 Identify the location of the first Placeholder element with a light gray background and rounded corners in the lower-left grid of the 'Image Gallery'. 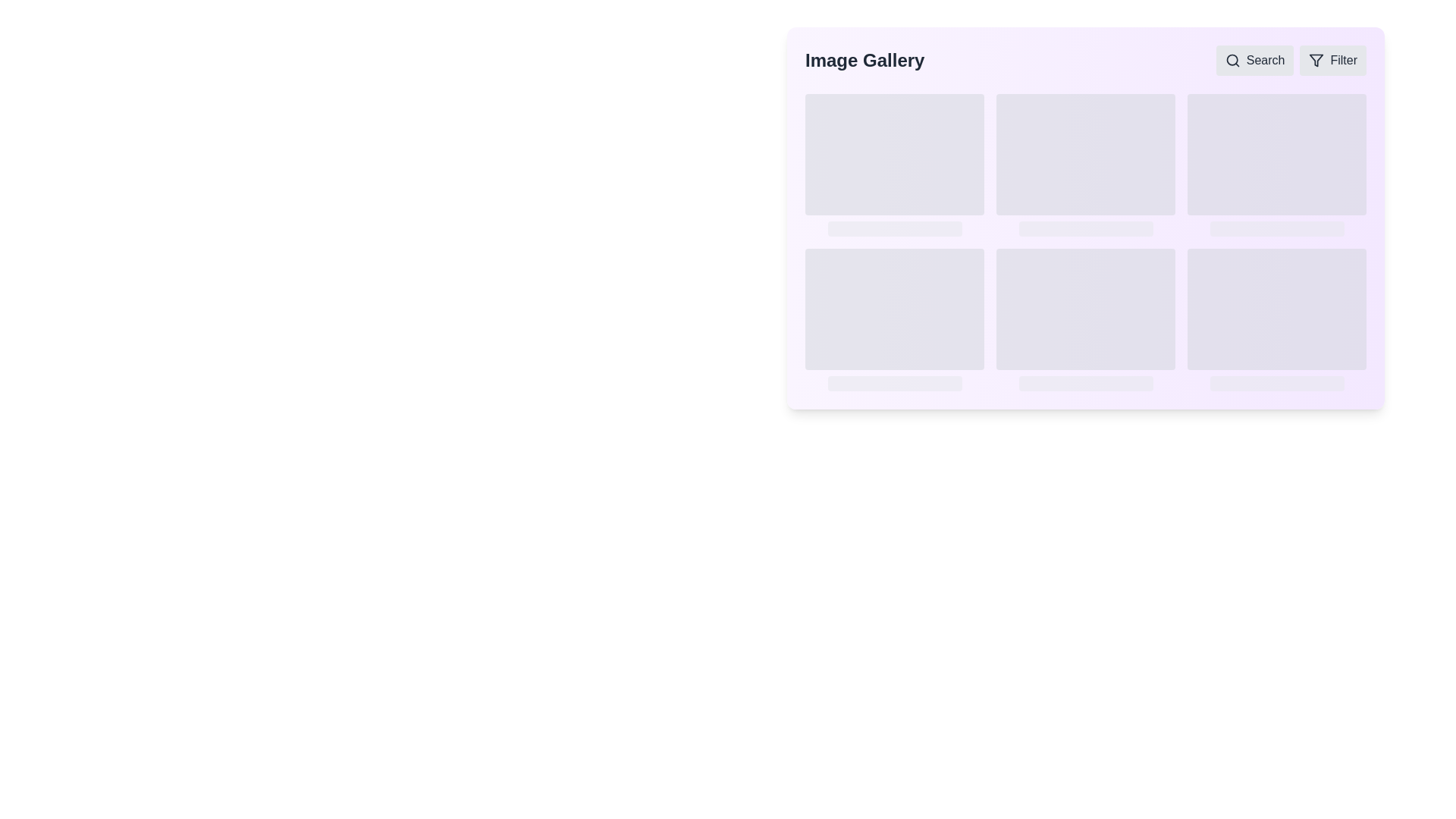
(895, 309).